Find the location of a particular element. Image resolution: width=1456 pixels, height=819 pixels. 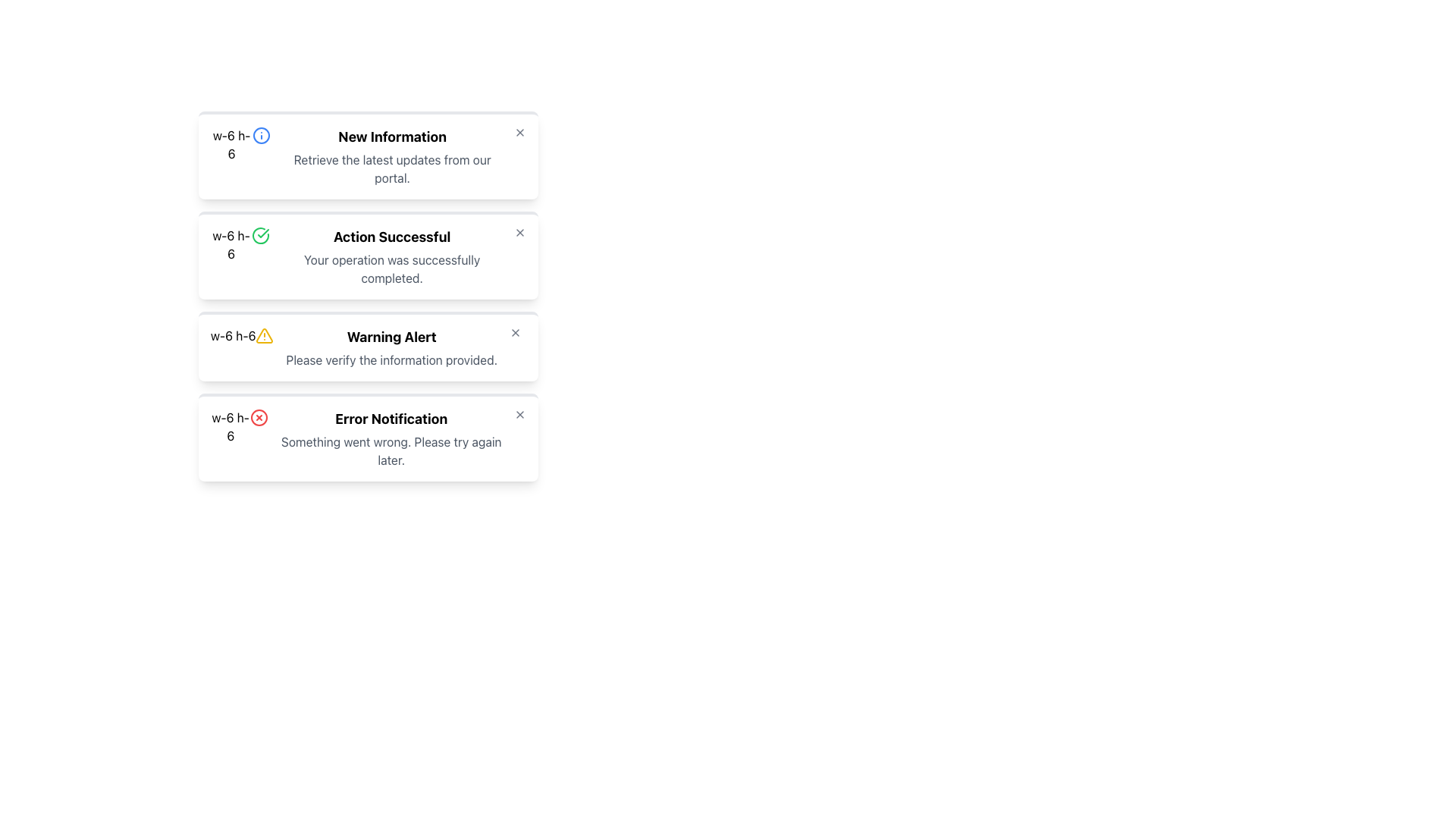

the text label that displays the title of the error notification message in the fourth notification card for accessibility purposes is located at coordinates (391, 419).